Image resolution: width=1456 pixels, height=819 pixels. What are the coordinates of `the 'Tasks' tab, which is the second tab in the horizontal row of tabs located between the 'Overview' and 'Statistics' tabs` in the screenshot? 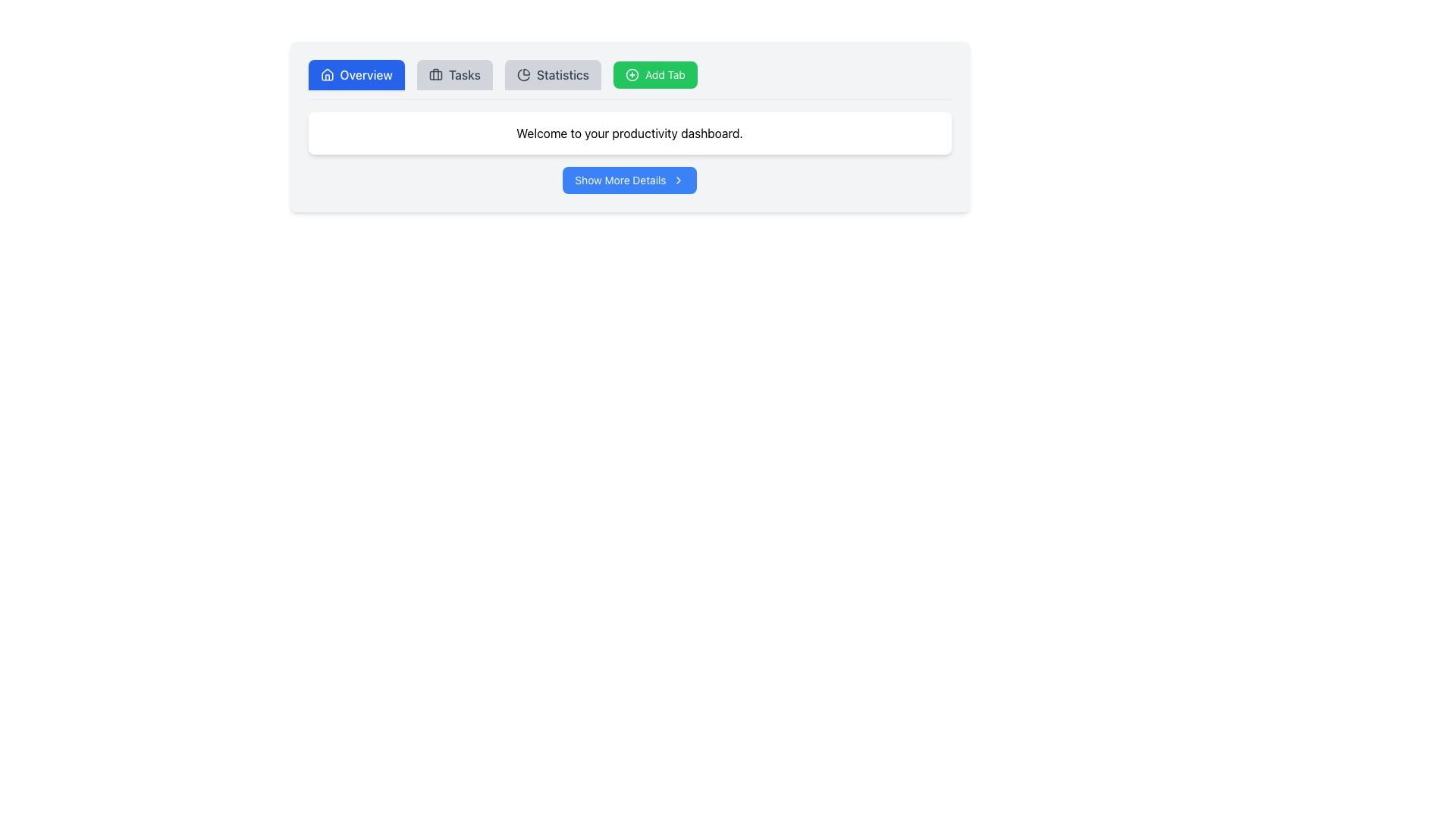 It's located at (453, 75).